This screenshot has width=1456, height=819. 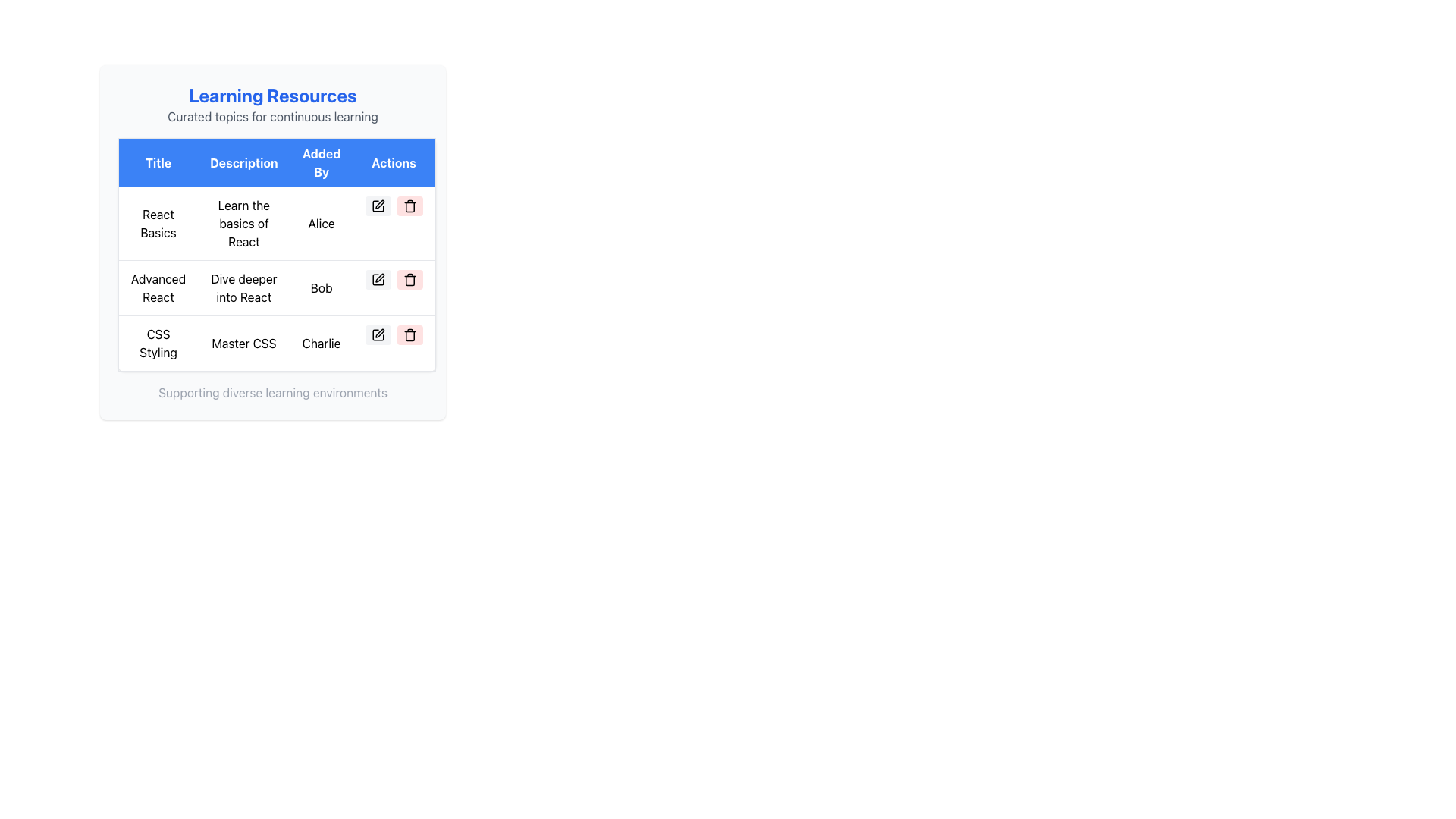 What do you see at coordinates (378, 206) in the screenshot?
I see `the edit button, which is a small pen icon in the 'Actions' column of the first row of the 'Learning Resources' card` at bounding box center [378, 206].